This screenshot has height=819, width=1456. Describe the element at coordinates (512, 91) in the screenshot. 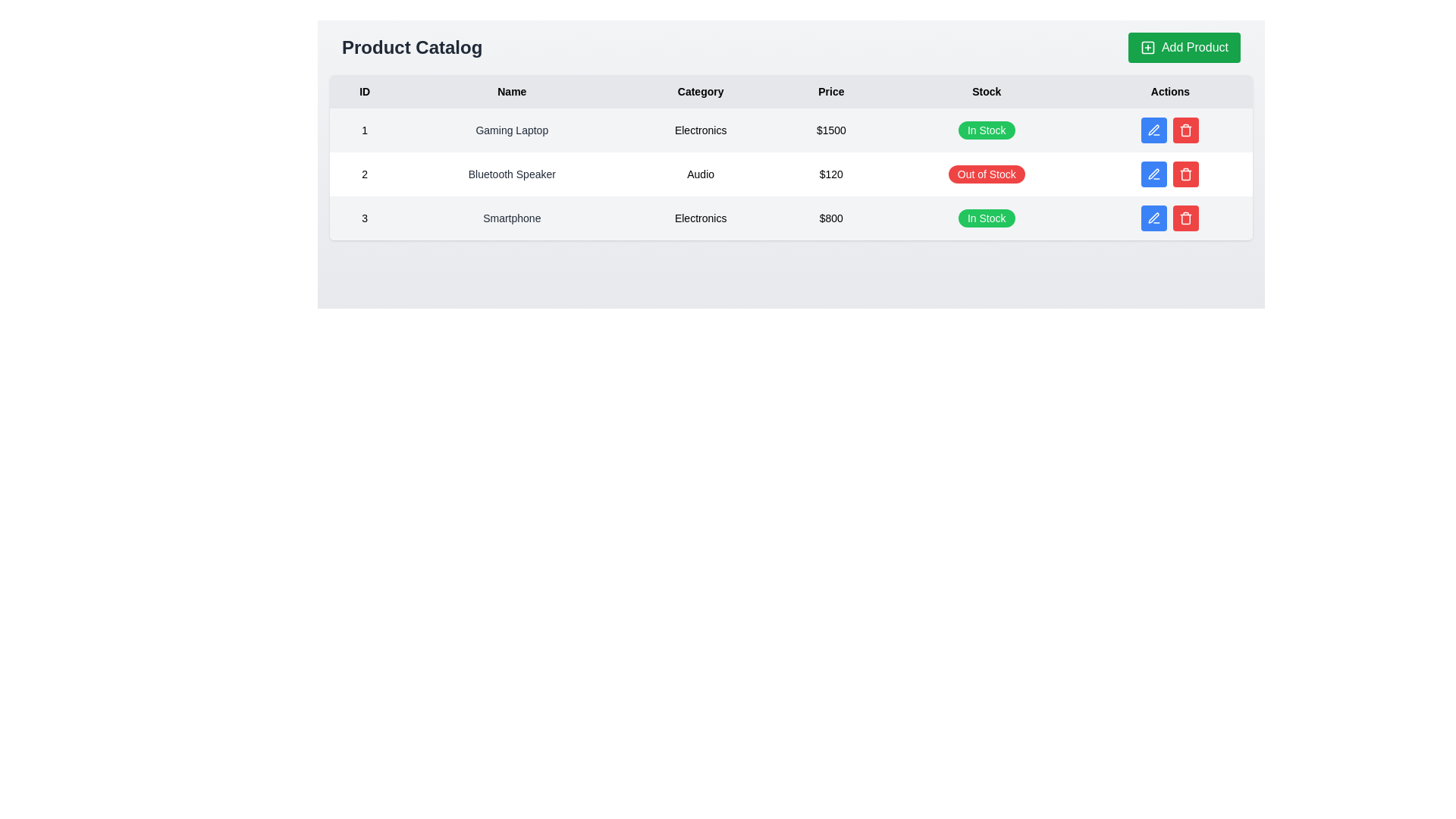

I see `the 'Name' header label in the table, which is the second header from the left, located between the 'ID' and 'Category' headers` at that location.